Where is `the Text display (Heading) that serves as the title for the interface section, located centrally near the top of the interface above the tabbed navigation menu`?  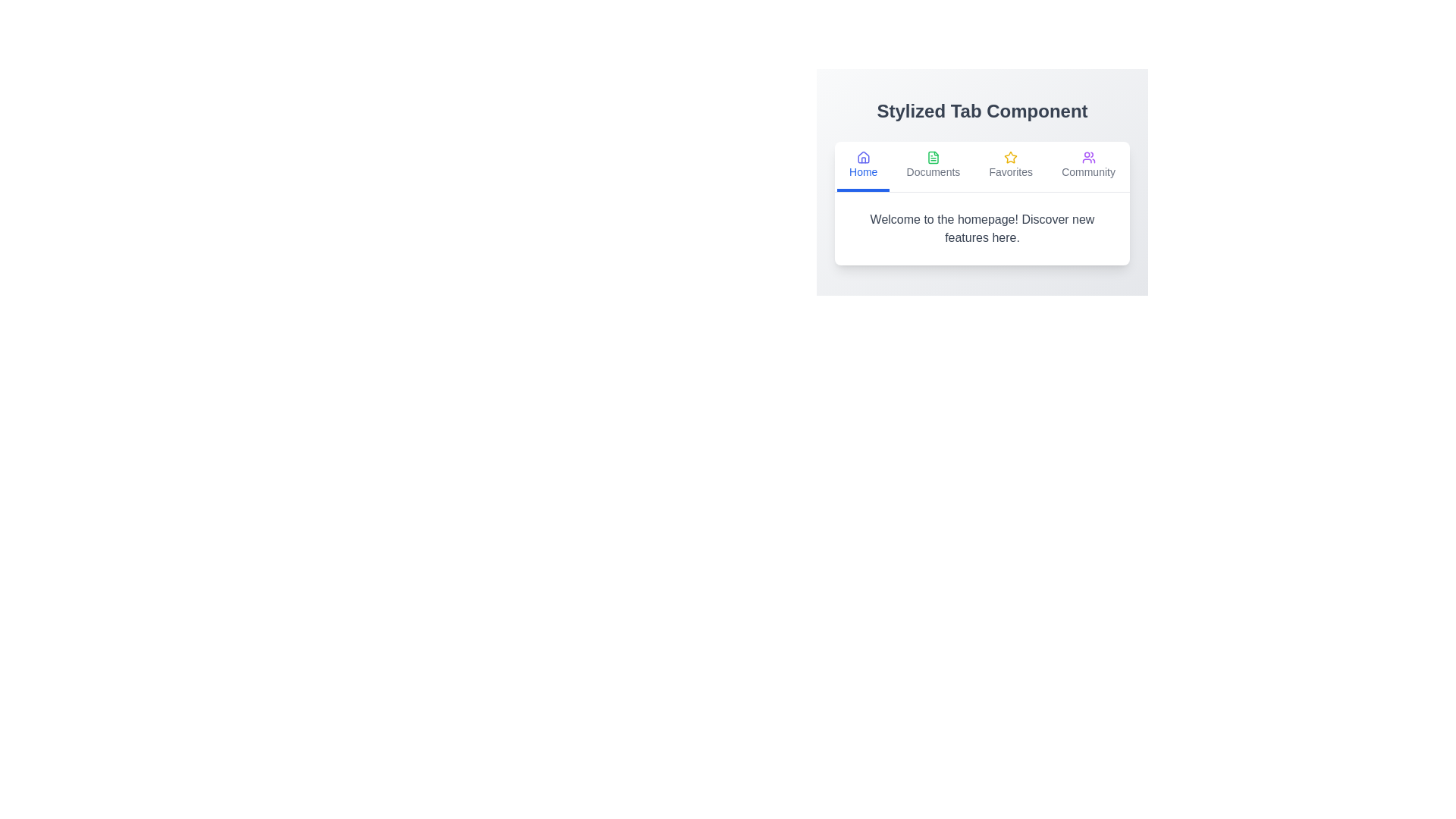 the Text display (Heading) that serves as the title for the interface section, located centrally near the top of the interface above the tabbed navigation menu is located at coordinates (982, 110).